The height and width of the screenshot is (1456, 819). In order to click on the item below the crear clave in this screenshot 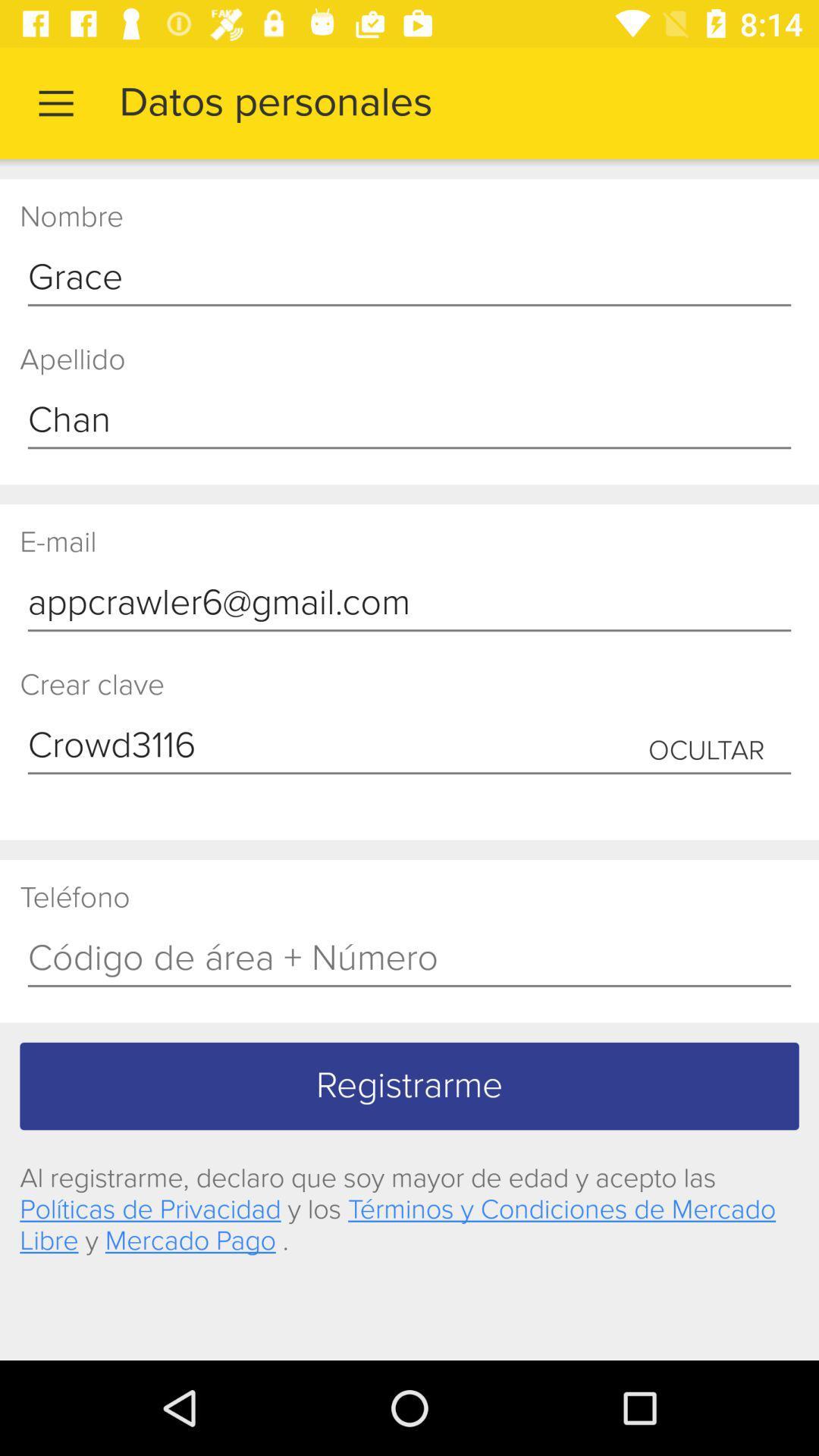, I will do `click(409, 746)`.